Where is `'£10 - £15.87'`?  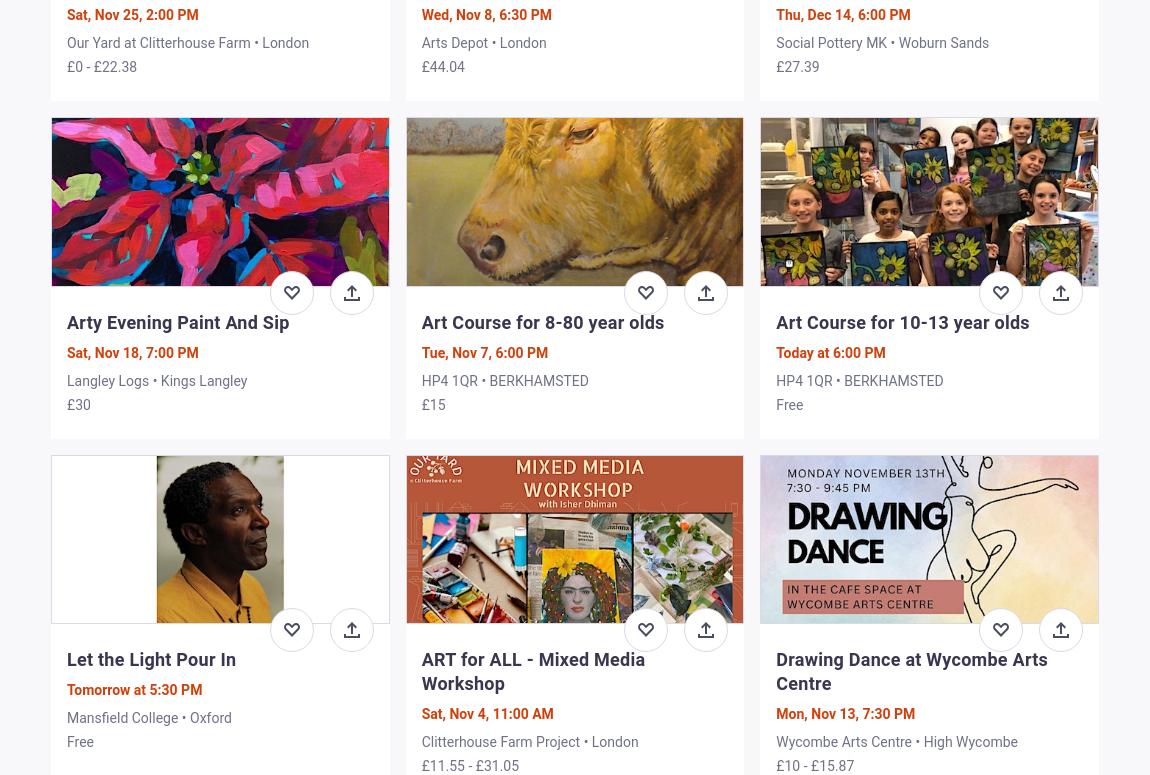
'£10 - £15.87' is located at coordinates (814, 764).